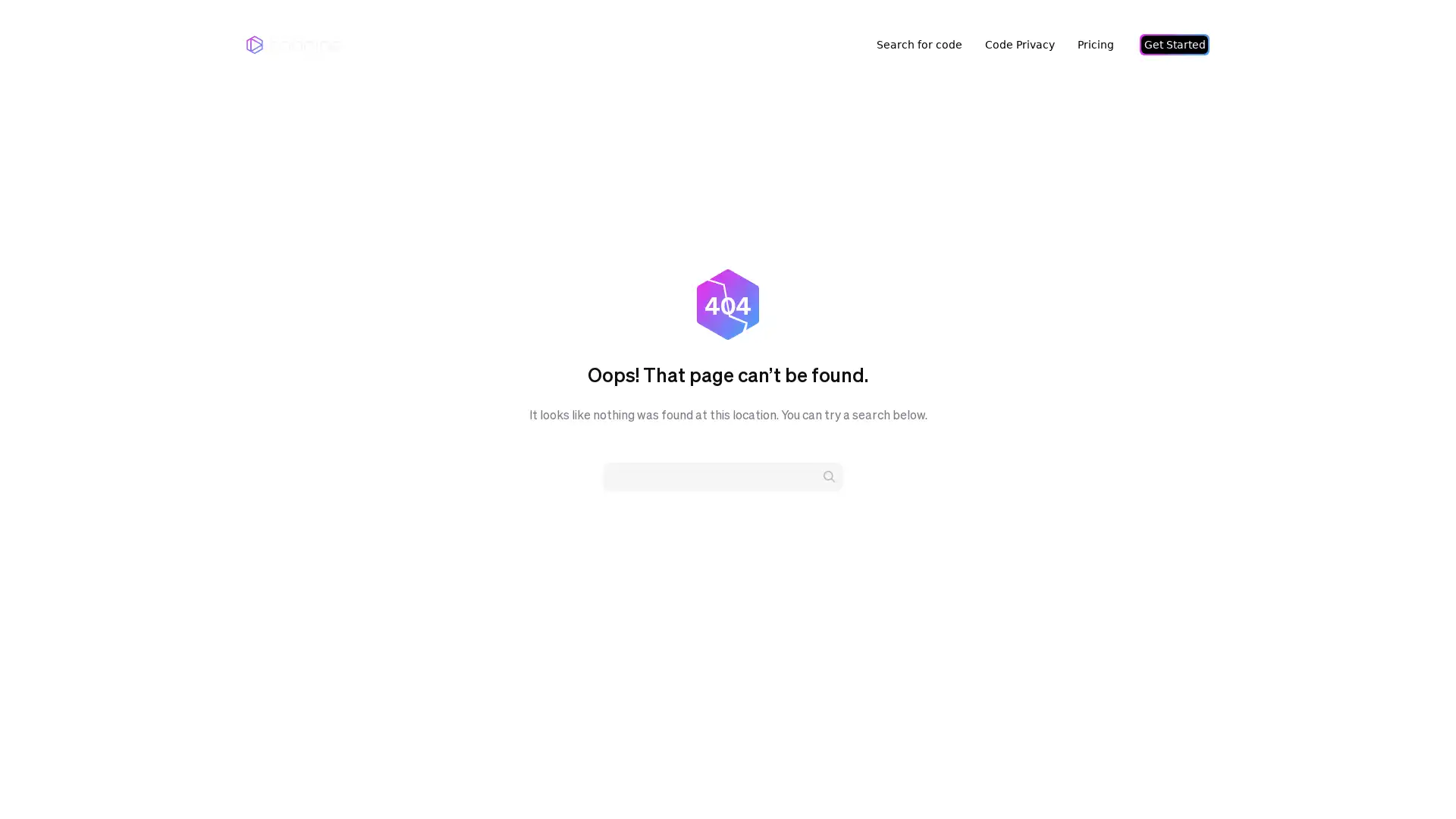 The height and width of the screenshot is (819, 1456). I want to click on Dismiss Message, so click(1376, 761).